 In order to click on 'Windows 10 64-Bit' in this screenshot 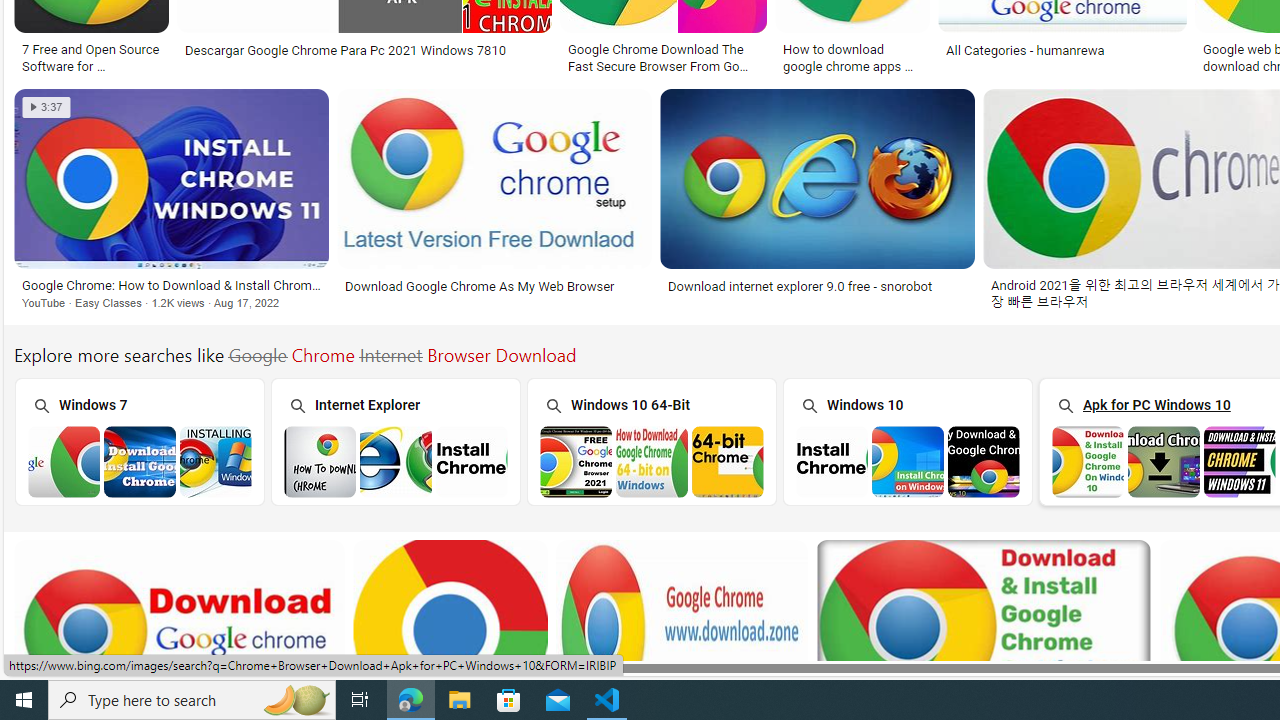, I will do `click(651, 440)`.